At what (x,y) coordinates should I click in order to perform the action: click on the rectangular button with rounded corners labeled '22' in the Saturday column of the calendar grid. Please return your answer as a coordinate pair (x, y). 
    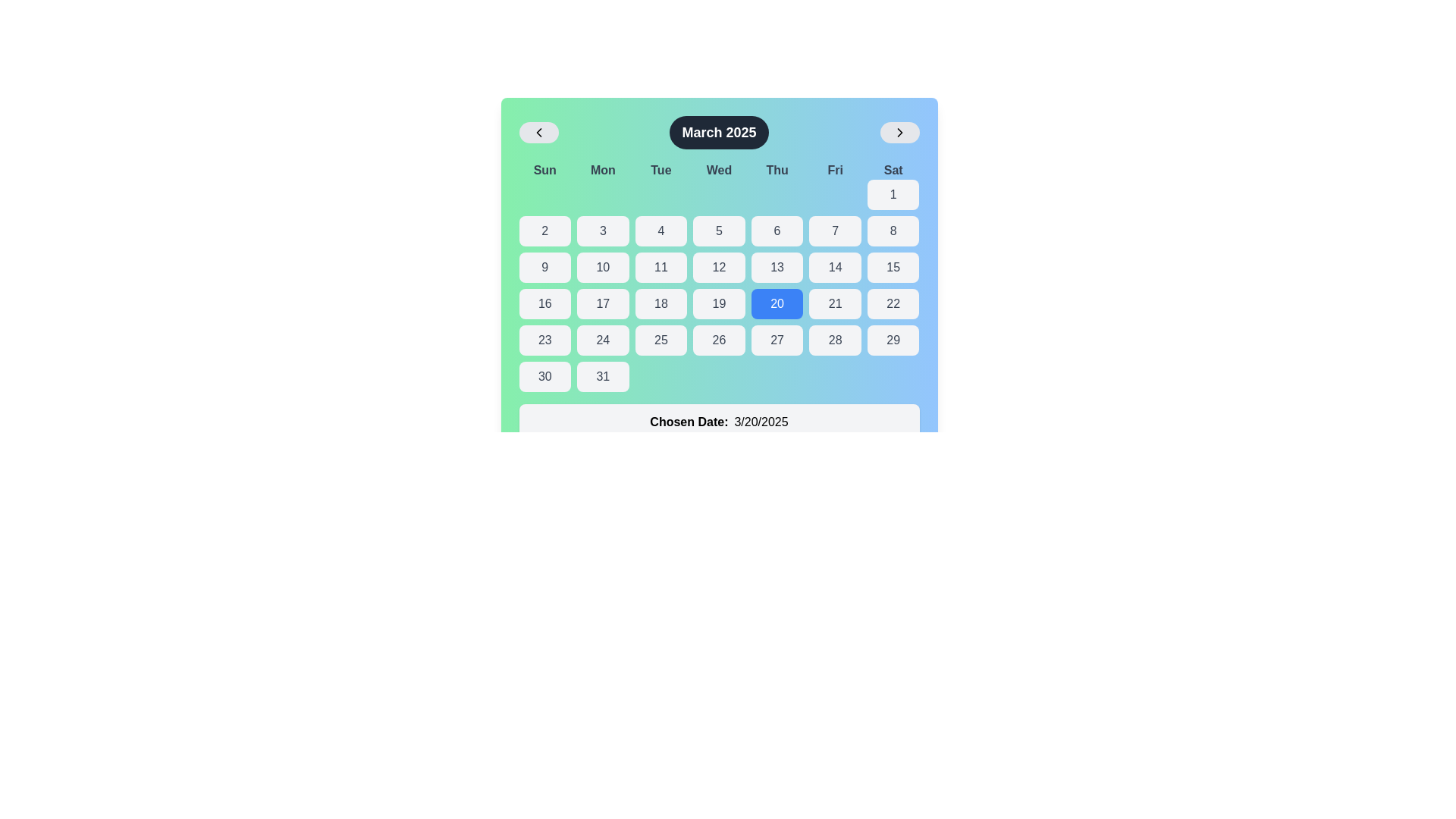
    Looking at the image, I should click on (893, 304).